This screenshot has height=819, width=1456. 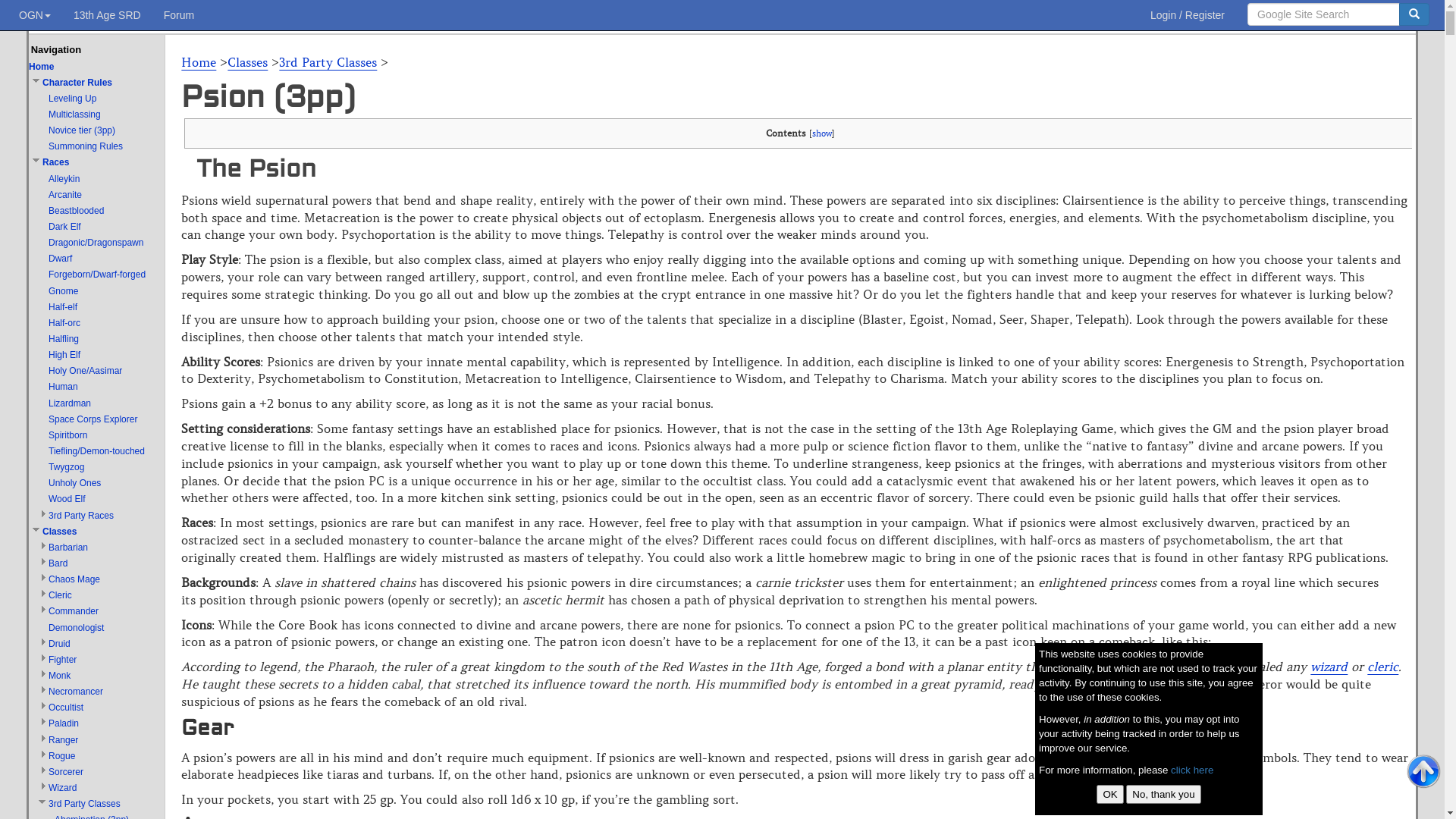 What do you see at coordinates (1186, 14) in the screenshot?
I see `'Login / Register'` at bounding box center [1186, 14].